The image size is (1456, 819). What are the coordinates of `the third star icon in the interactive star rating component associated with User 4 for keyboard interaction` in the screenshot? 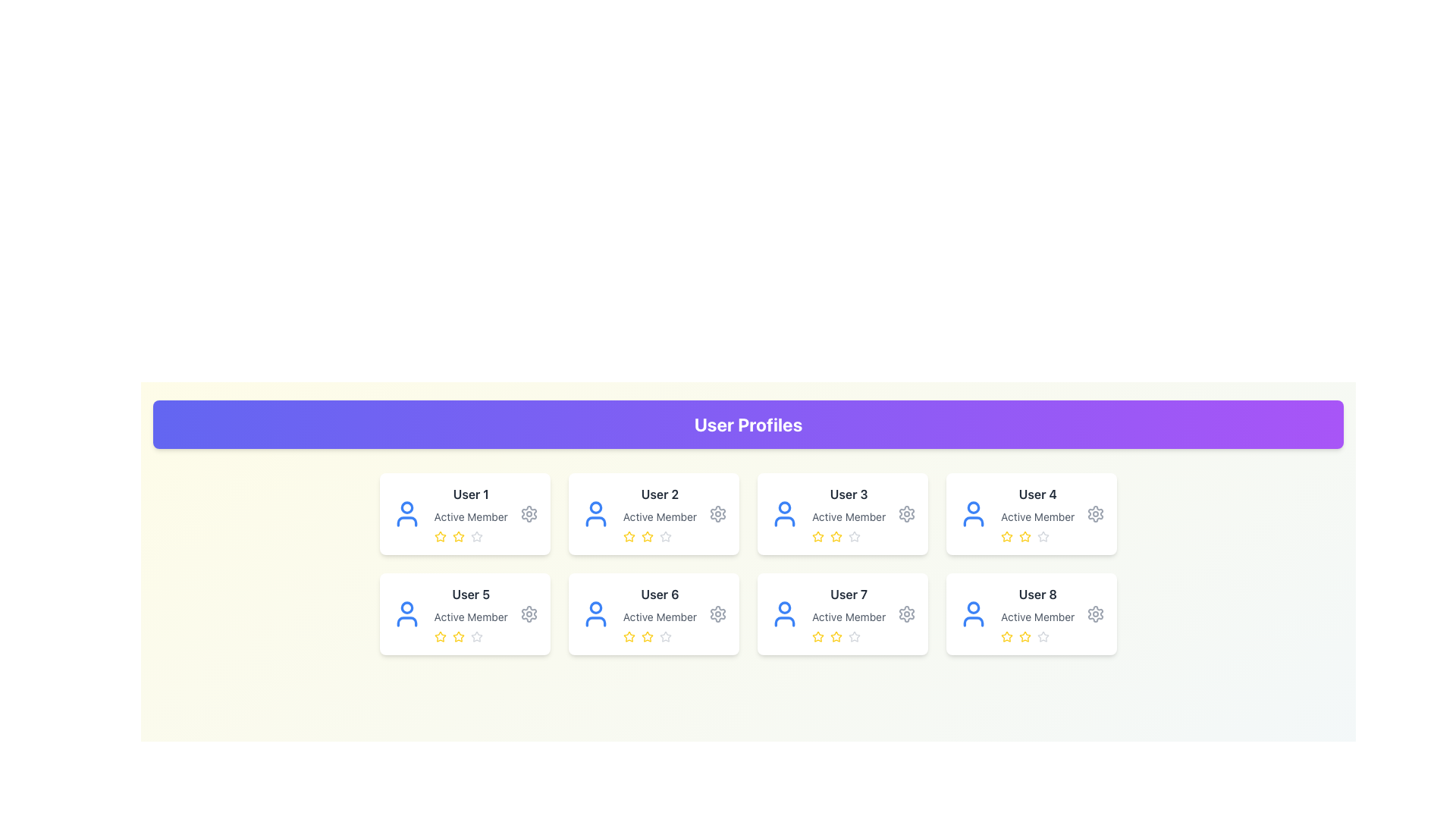 It's located at (1007, 535).